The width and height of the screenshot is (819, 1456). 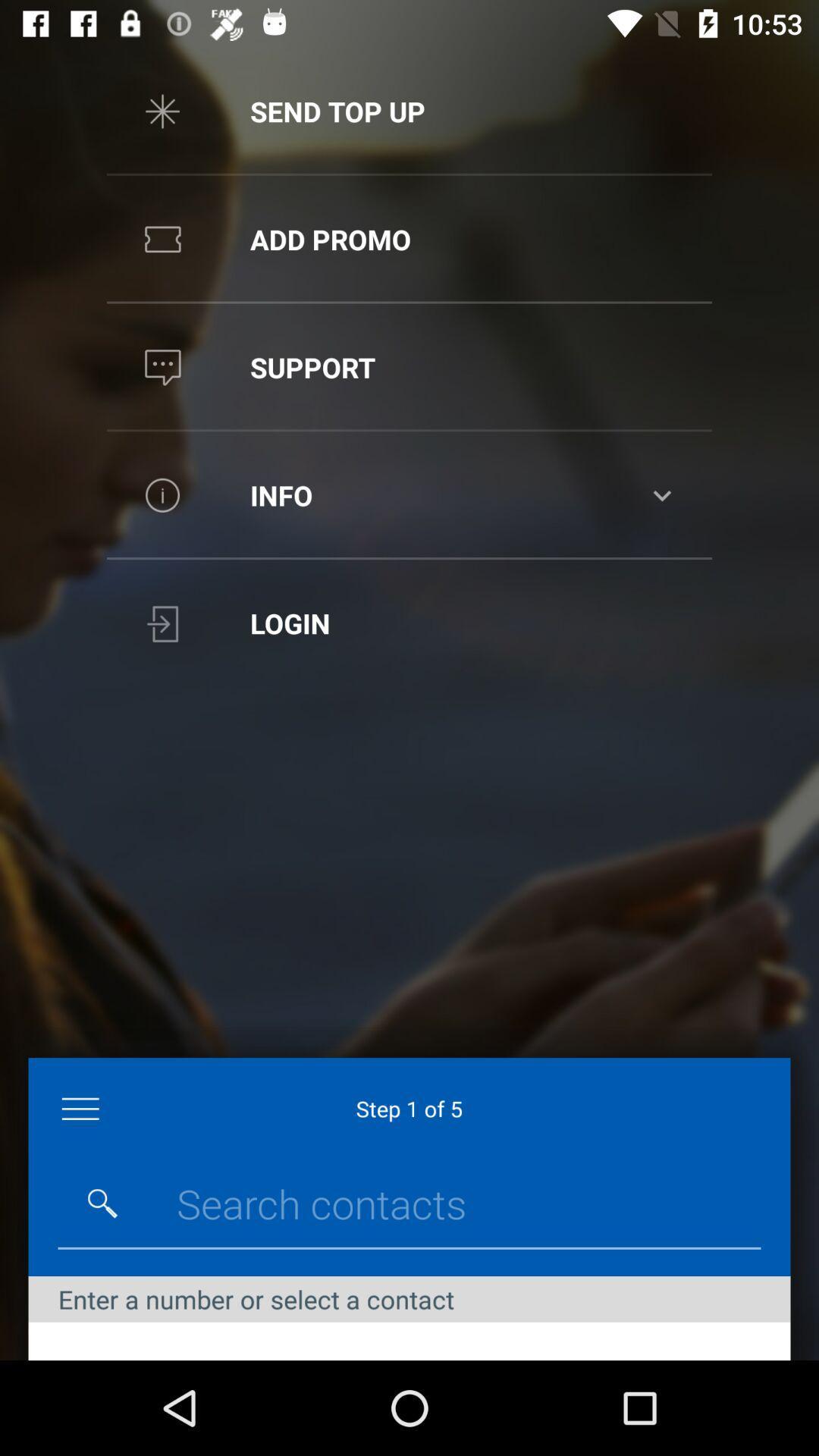 What do you see at coordinates (102, 1203) in the screenshot?
I see `the search option down below the page` at bounding box center [102, 1203].